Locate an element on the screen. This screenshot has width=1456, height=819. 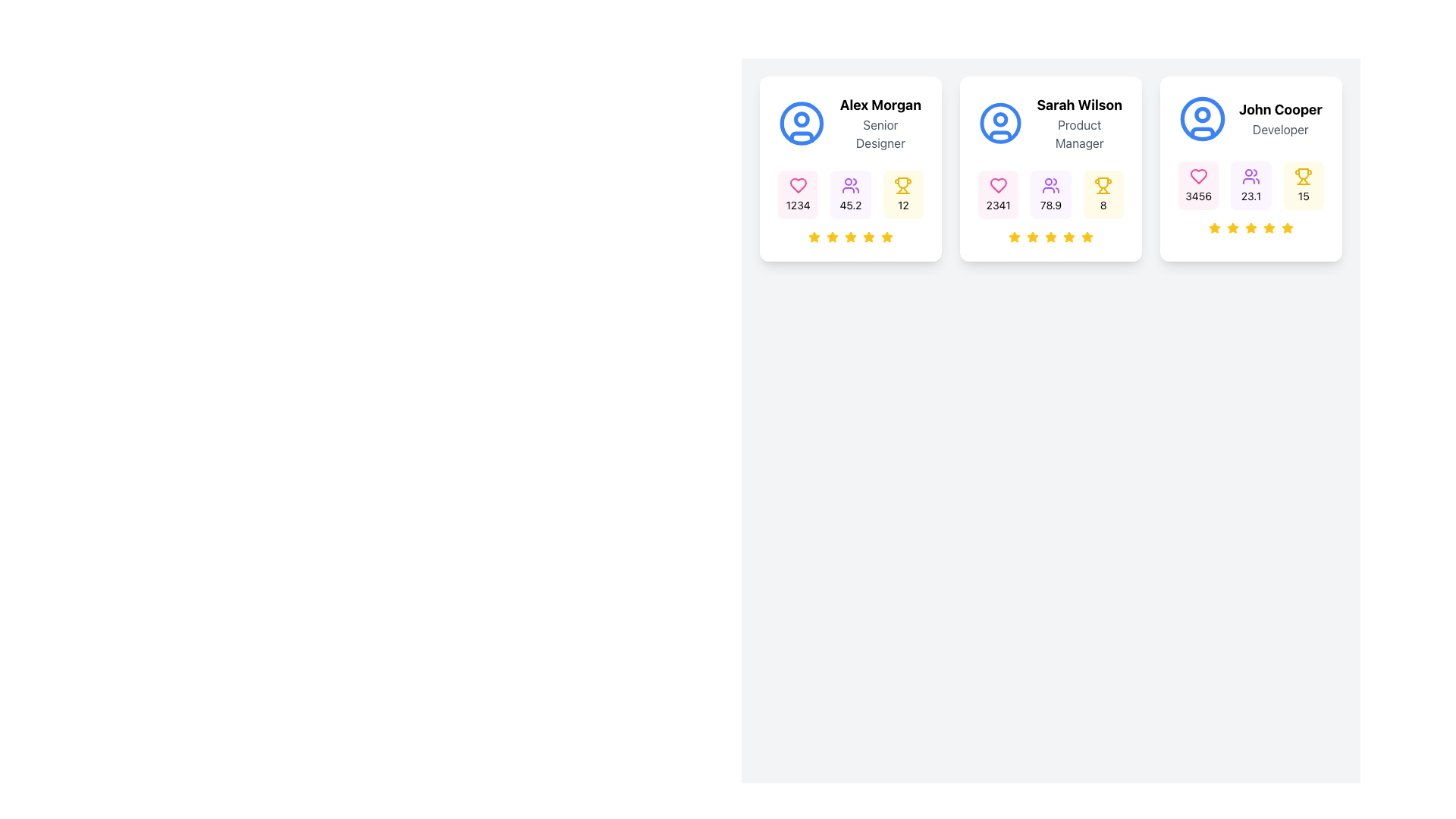
the 5th gold star-shaped icon indicating a rating for 'John Cooper' is located at coordinates (1269, 227).